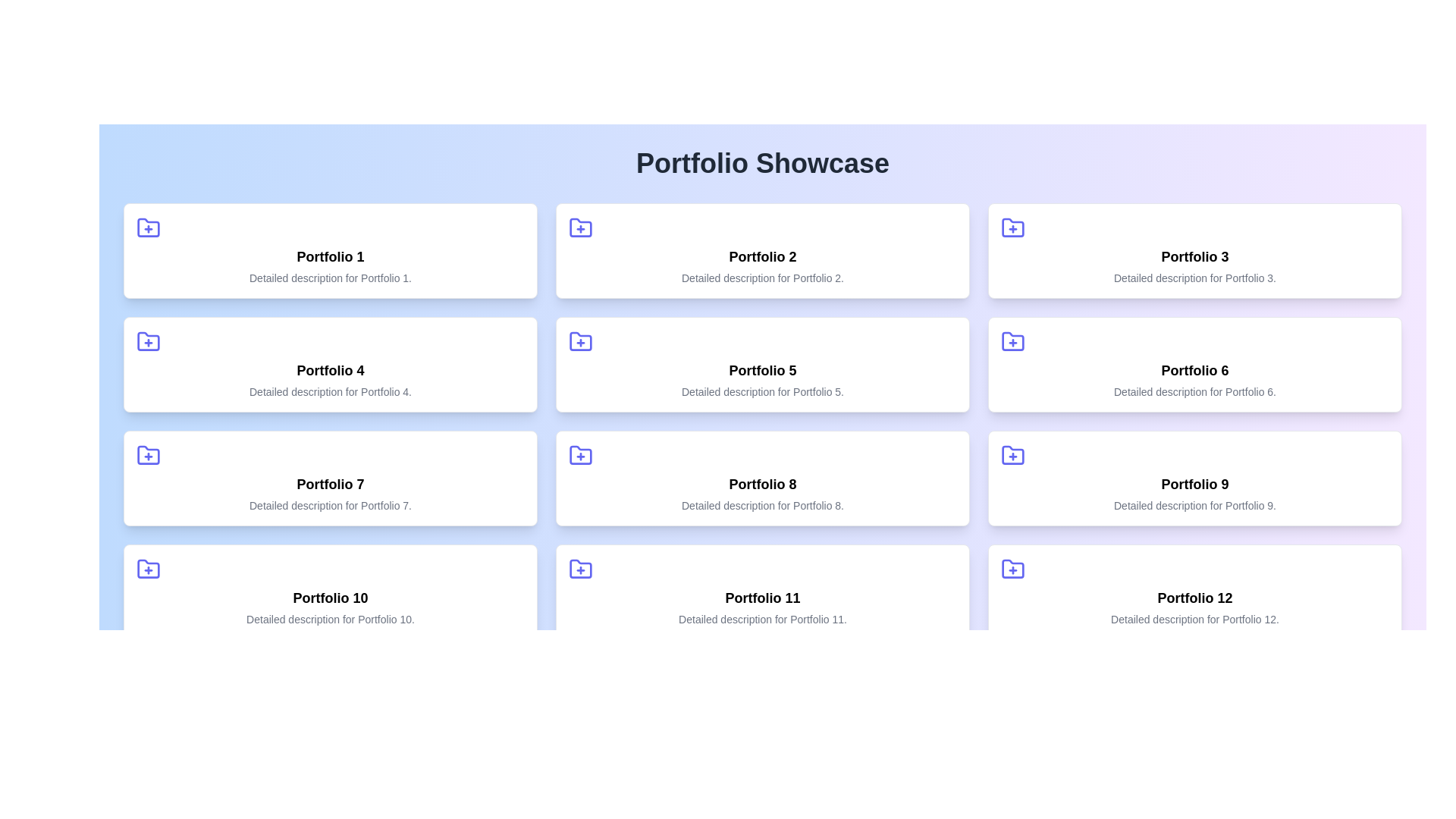  What do you see at coordinates (149, 342) in the screenshot?
I see `the interactive button icon for adding a new folder related to 'Portfolio 4', located at the top-left corner of the 'Portfolio 4' card` at bounding box center [149, 342].